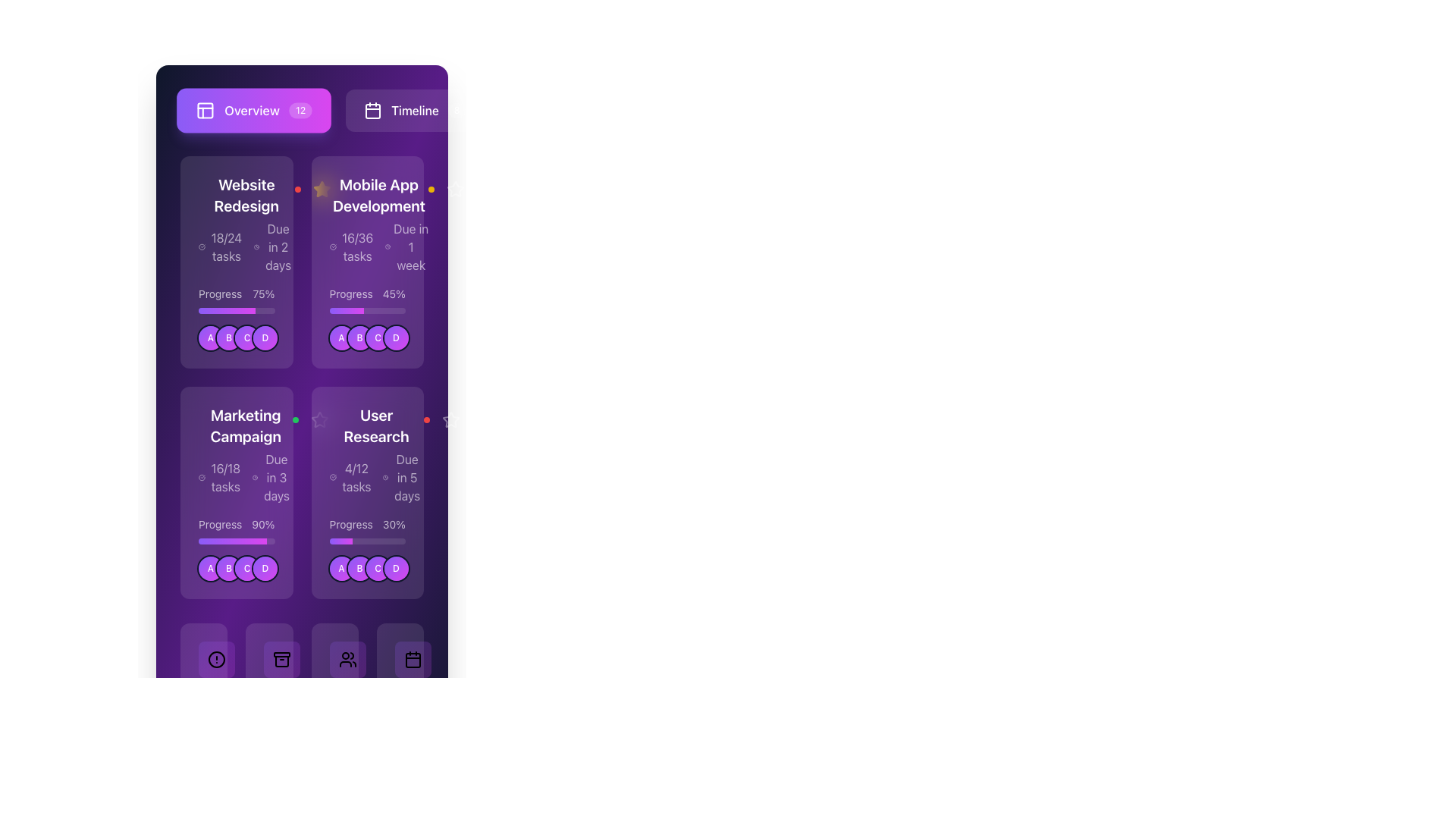  I want to click on the Text label displaying '4/12 tasks' with an associated checked circle icon, located in the 'User Research' block, so click(350, 476).